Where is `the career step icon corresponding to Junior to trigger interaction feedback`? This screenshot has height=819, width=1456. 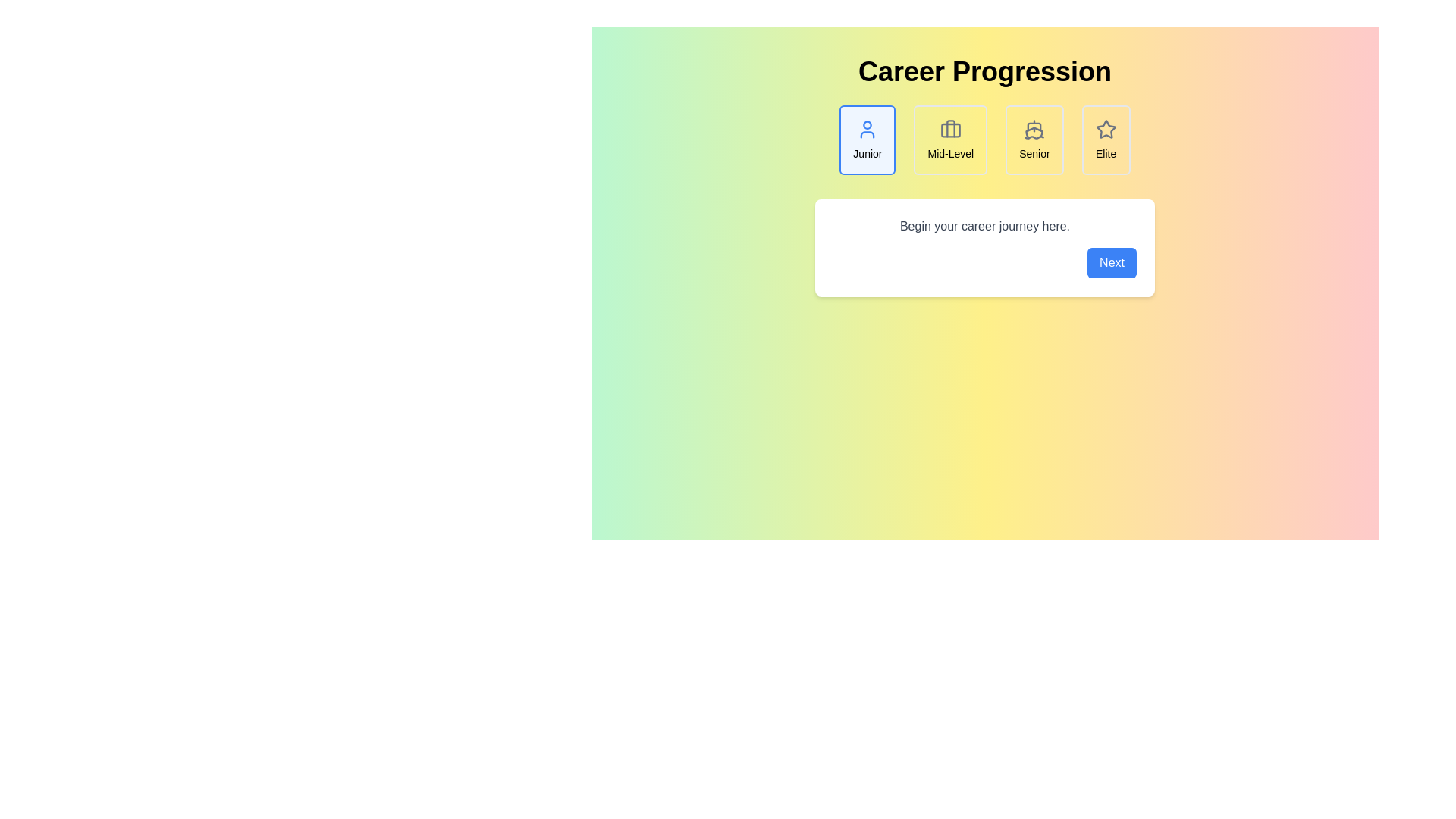
the career step icon corresponding to Junior to trigger interaction feedback is located at coordinates (868, 140).